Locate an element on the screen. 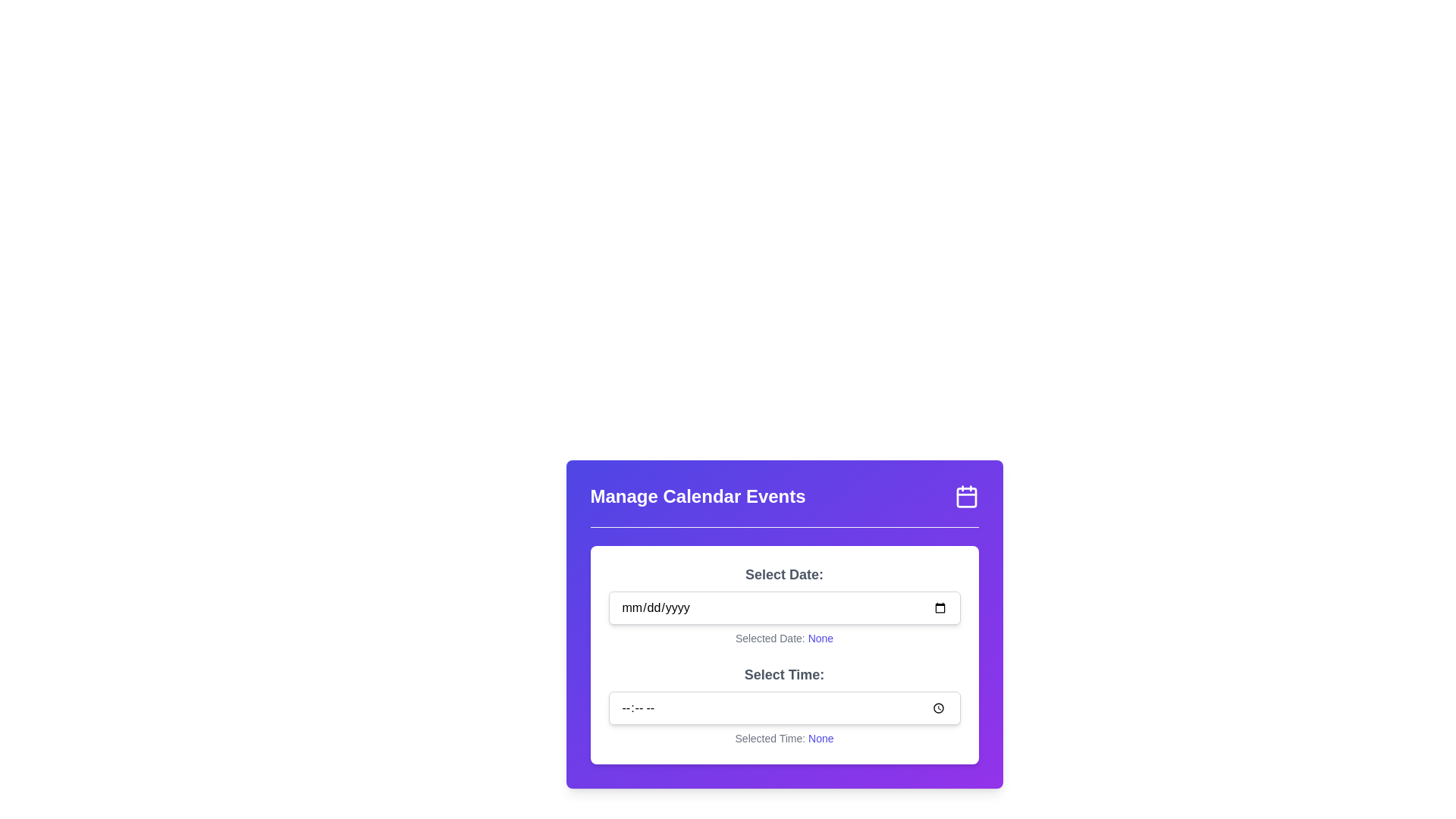 The width and height of the screenshot is (1456, 819). the Text Header indicating the purpose of the calendar management interface is located at coordinates (697, 497).